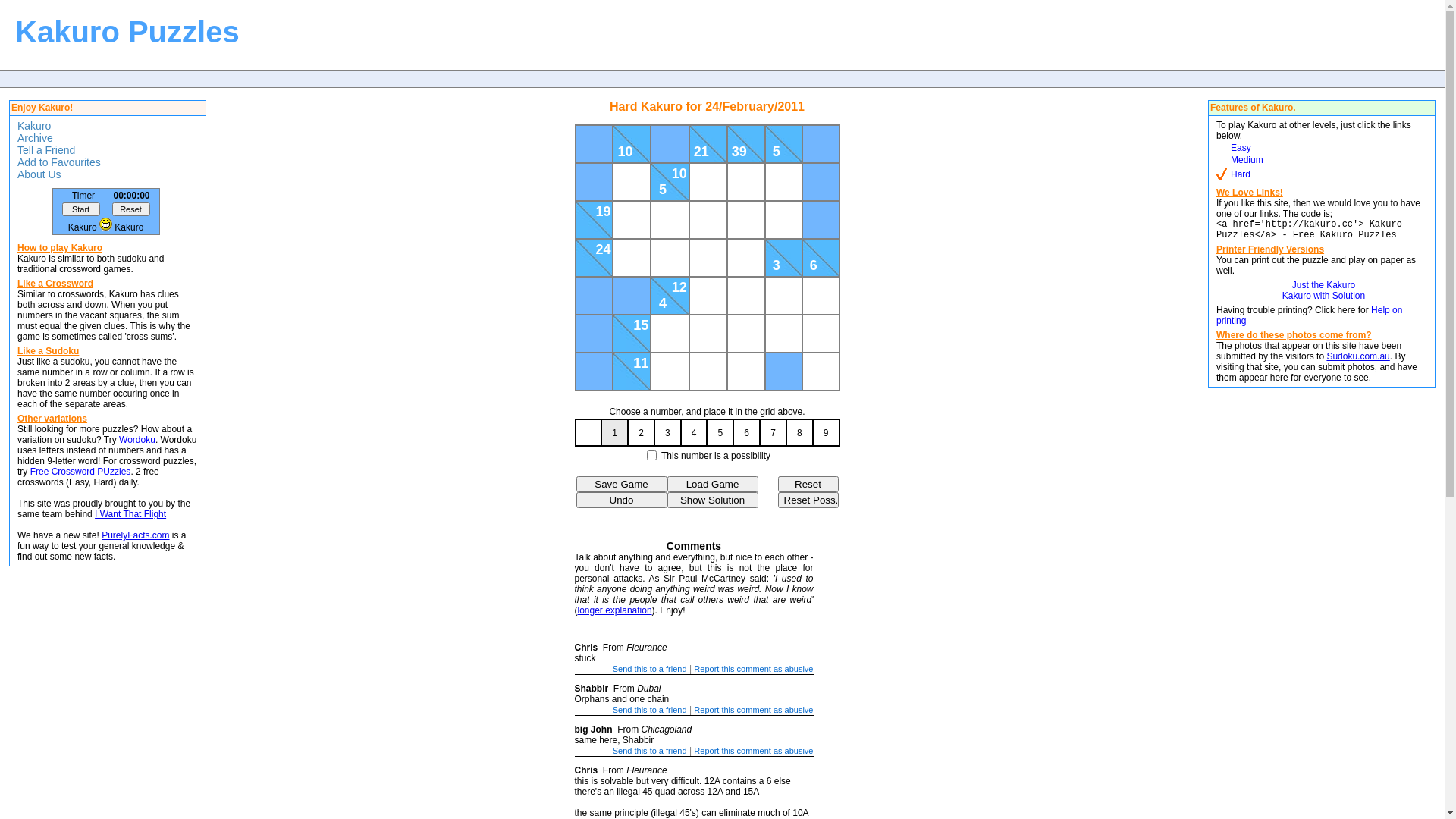 This screenshot has height=819, width=1456. Describe the element at coordinates (14, 149) in the screenshot. I see `'Tell a Friend'` at that location.